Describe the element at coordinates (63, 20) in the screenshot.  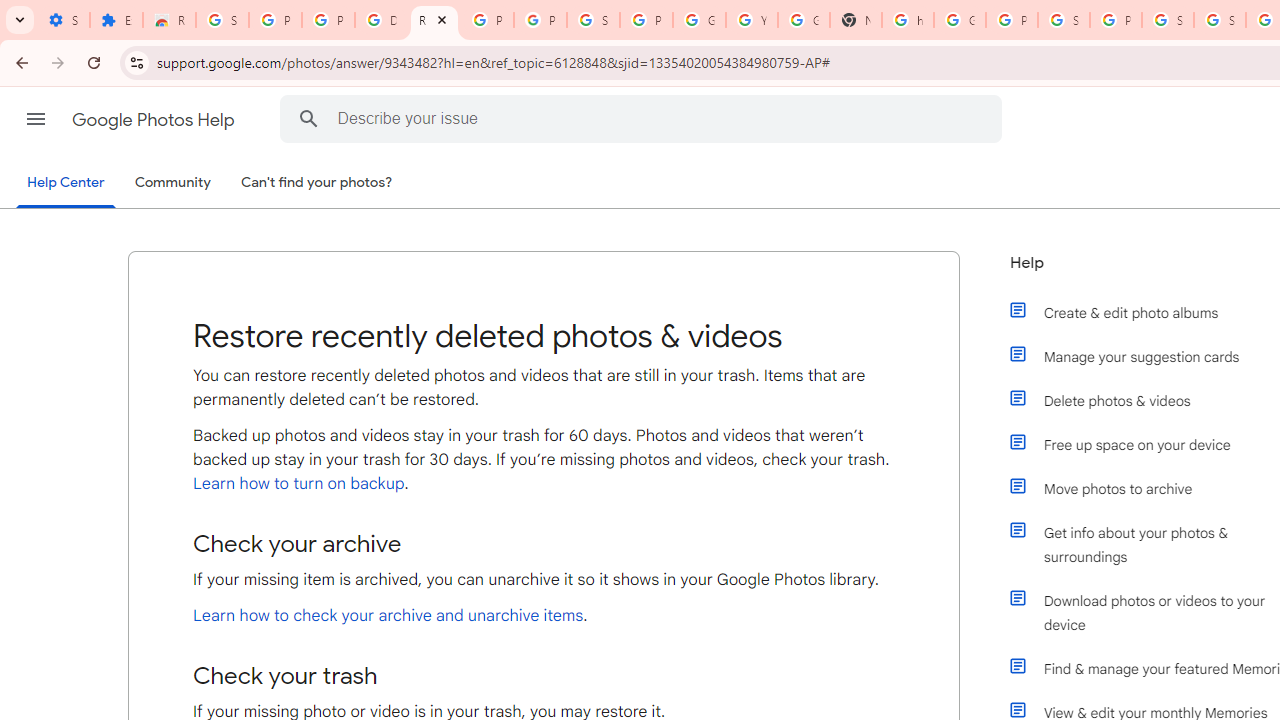
I see `'Settings - On startup'` at that location.